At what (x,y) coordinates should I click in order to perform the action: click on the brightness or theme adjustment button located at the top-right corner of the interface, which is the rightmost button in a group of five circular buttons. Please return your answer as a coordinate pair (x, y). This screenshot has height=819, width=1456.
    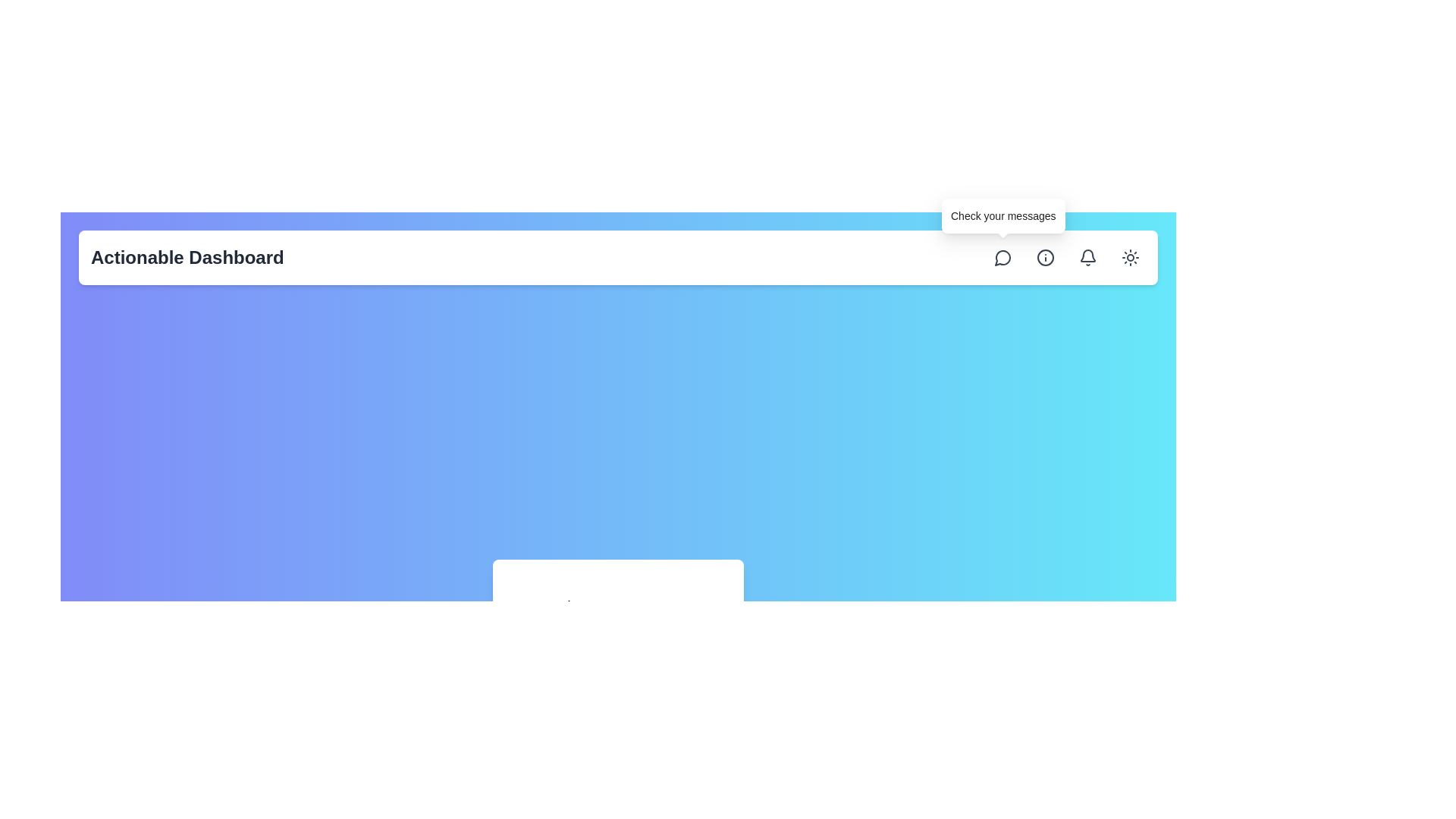
    Looking at the image, I should click on (1131, 256).